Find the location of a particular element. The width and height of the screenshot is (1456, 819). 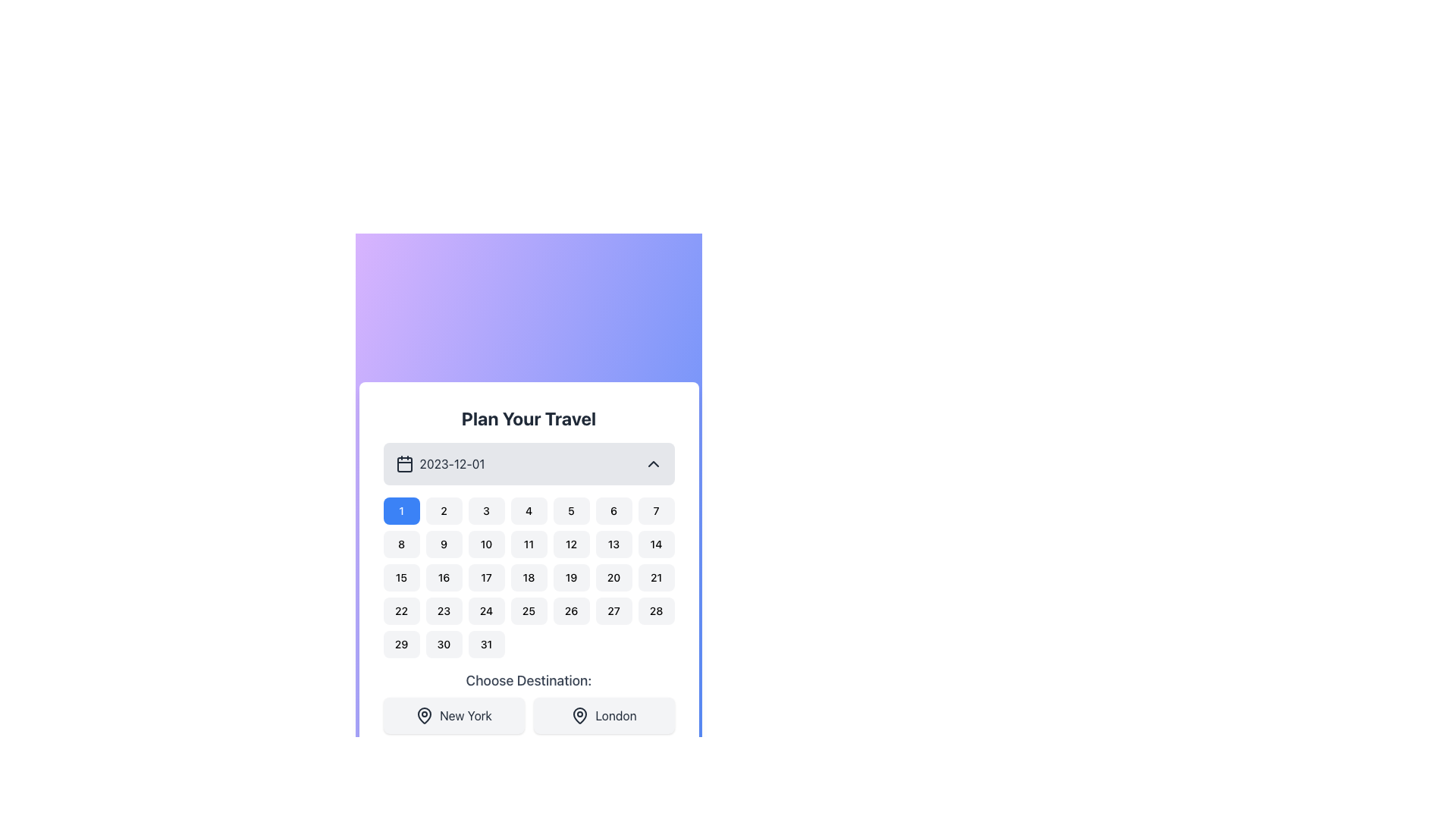

the button representing the 27th day of the month in the calendar interface to trigger the hover effect is located at coordinates (613, 610).